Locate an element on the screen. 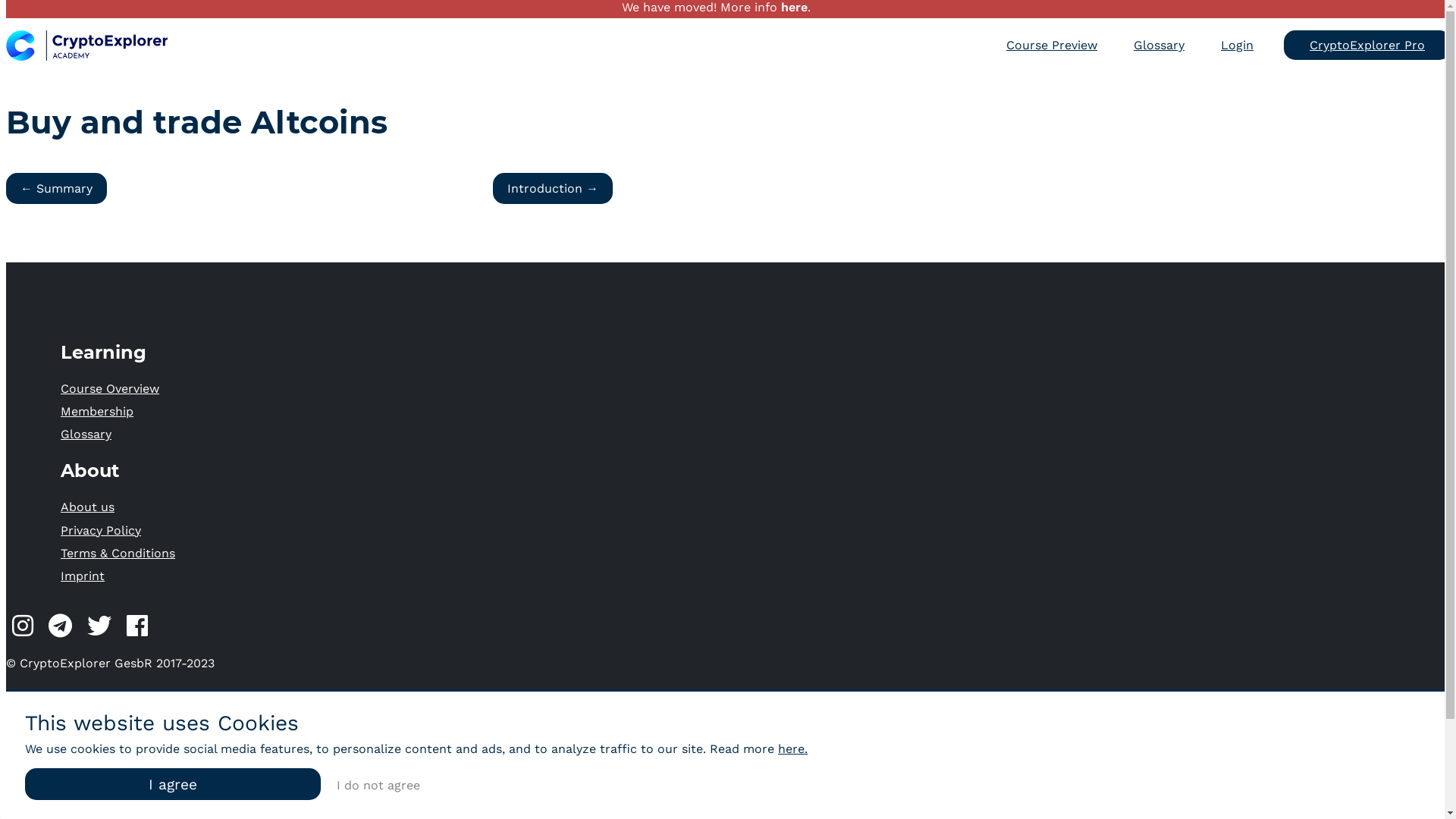 This screenshot has width=1456, height=819. 'Login' is located at coordinates (1237, 44).